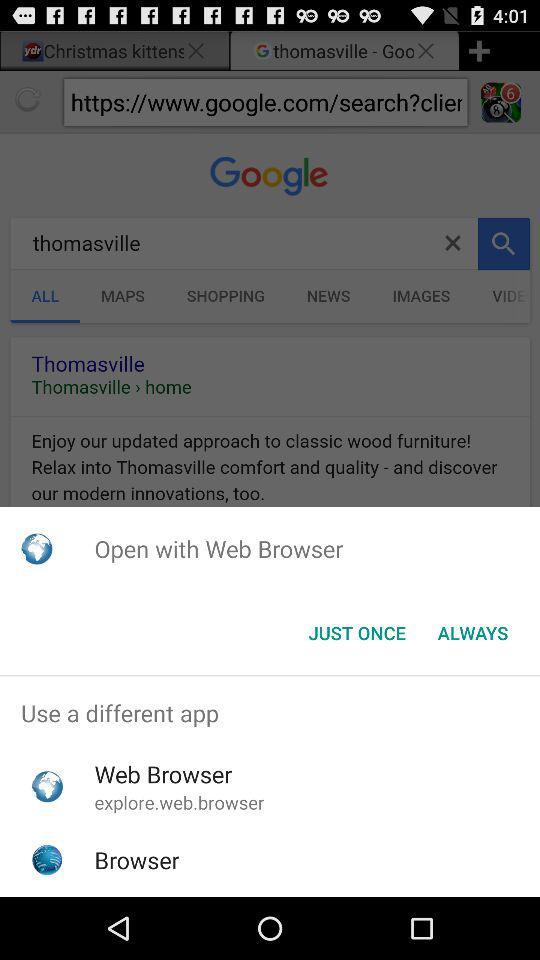 The image size is (540, 960). What do you see at coordinates (356, 632) in the screenshot?
I see `the just once button` at bounding box center [356, 632].